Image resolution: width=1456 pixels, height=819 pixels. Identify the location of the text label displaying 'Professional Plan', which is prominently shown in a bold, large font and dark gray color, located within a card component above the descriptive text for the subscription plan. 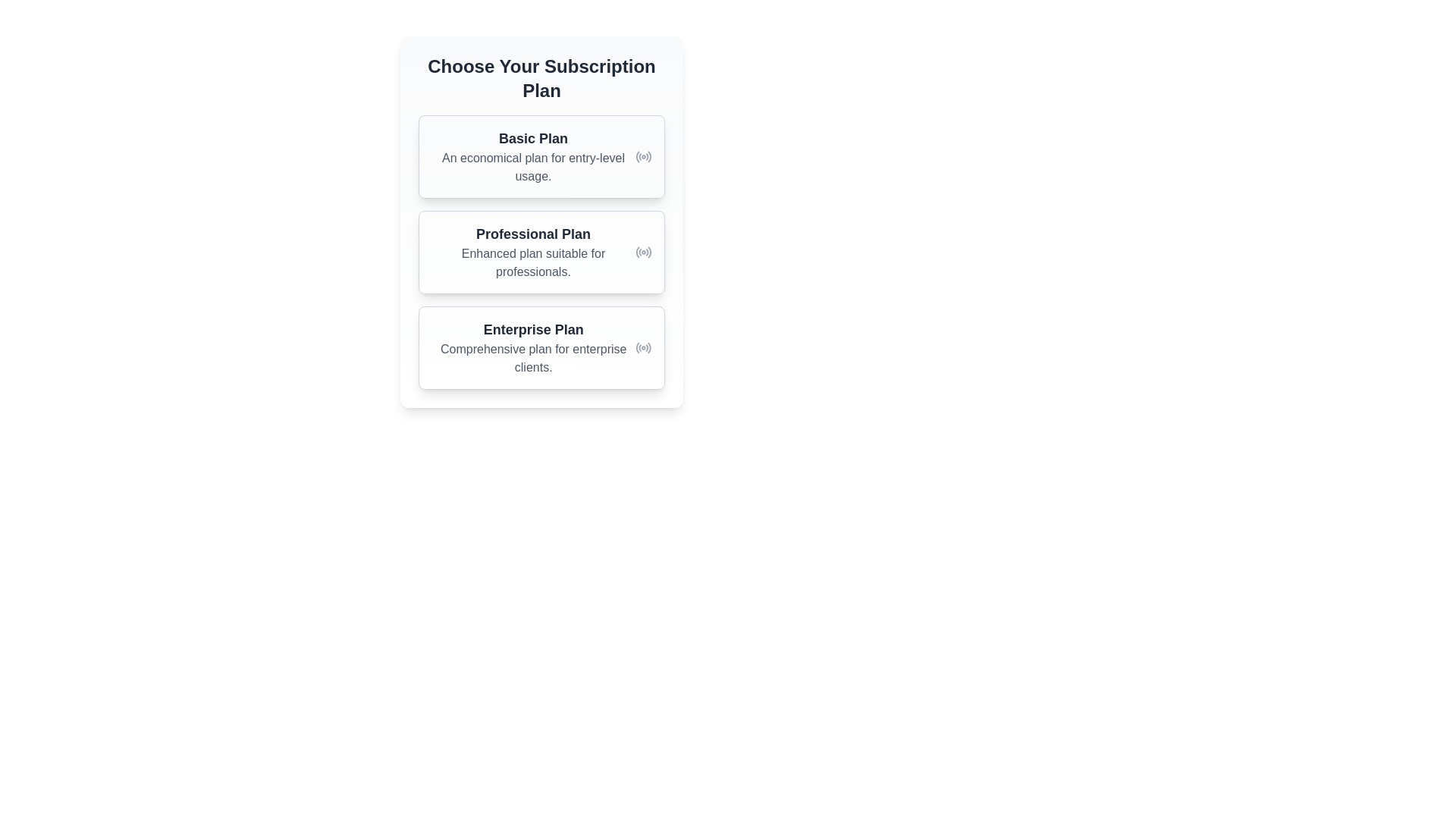
(533, 234).